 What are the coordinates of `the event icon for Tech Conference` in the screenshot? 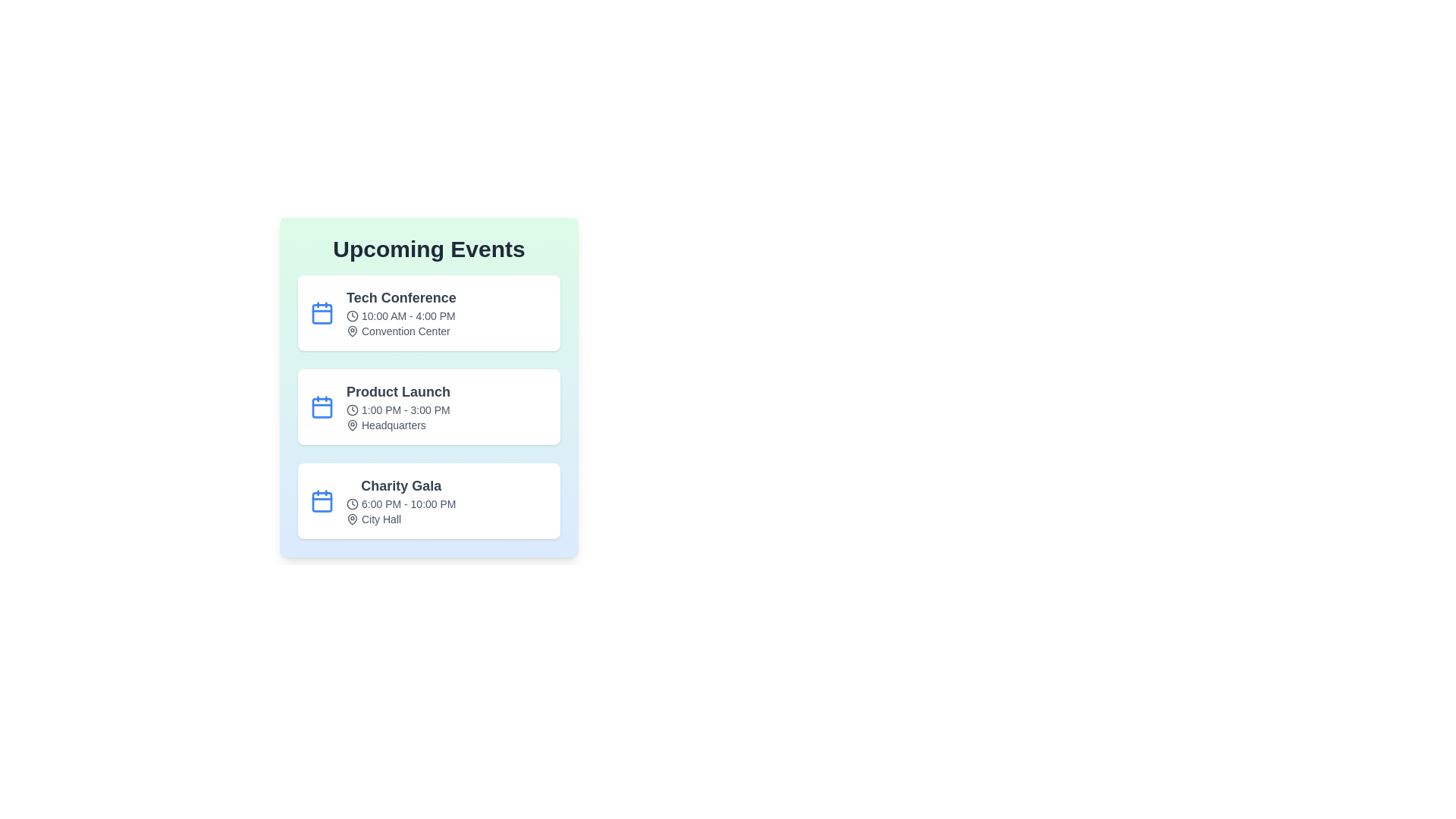 It's located at (322, 312).